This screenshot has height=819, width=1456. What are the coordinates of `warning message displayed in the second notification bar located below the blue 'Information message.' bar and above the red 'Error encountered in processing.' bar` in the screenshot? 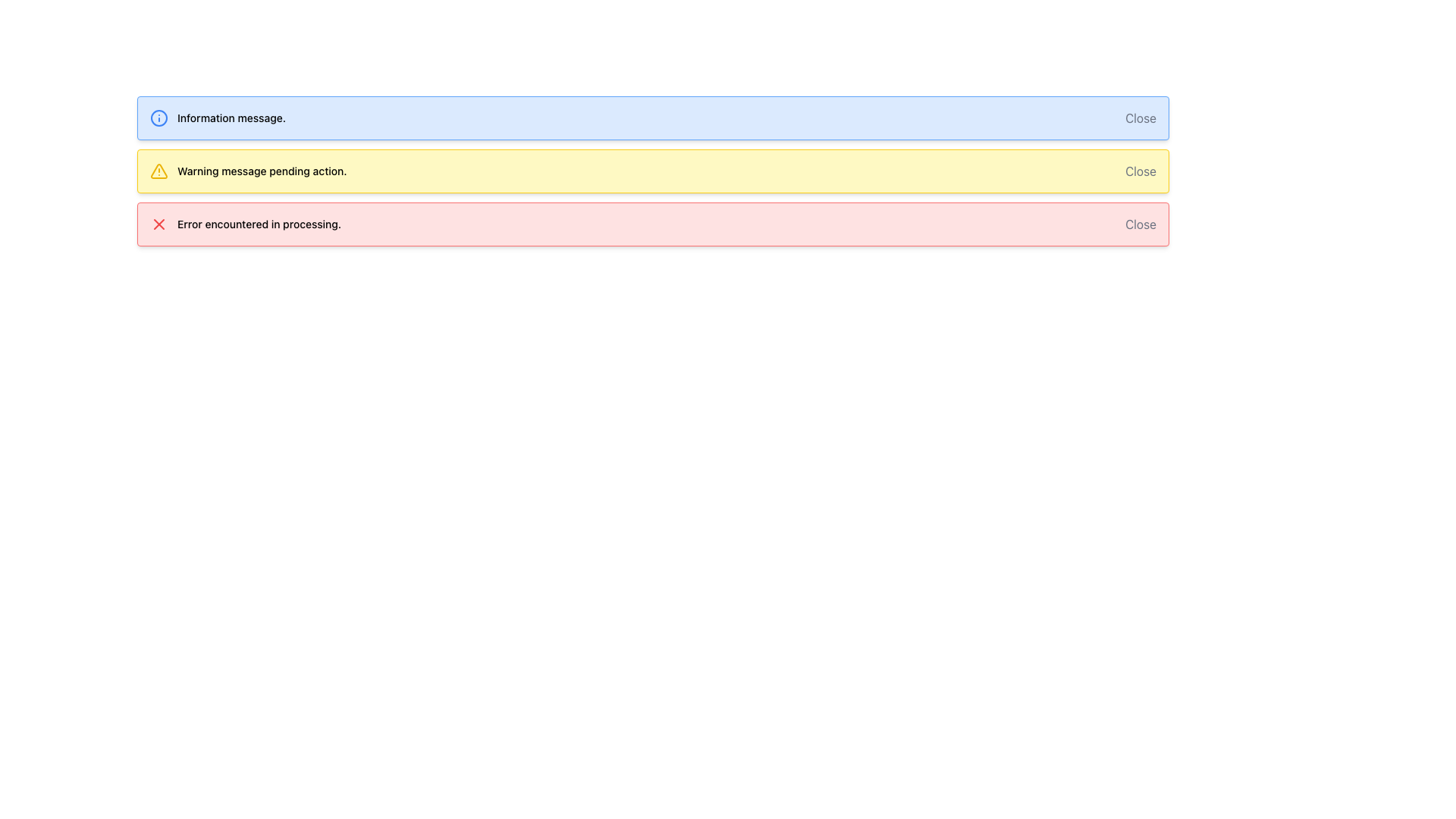 It's located at (653, 171).